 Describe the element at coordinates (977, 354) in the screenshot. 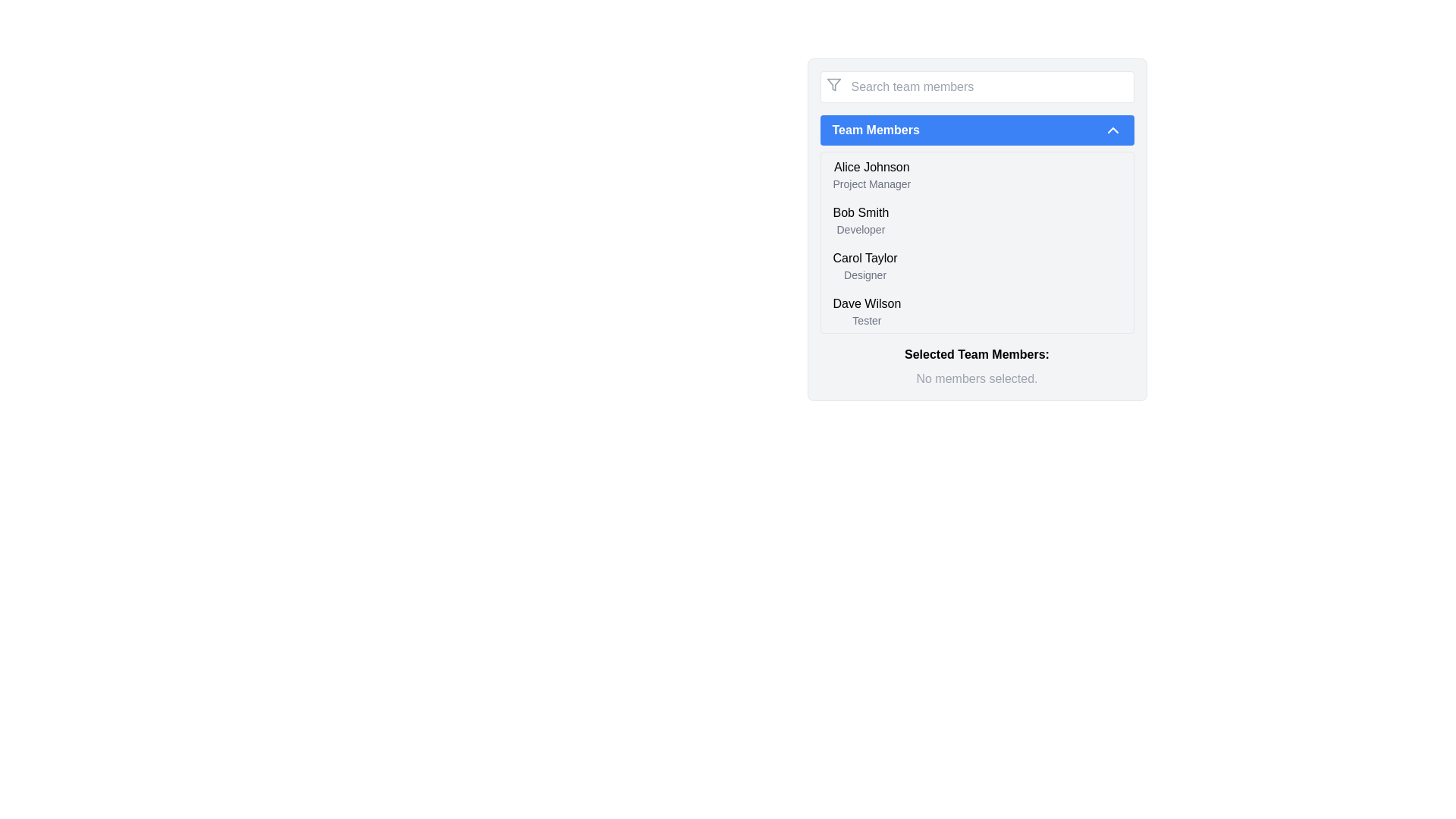

I see `the text label 'Selected Team Members:' which is bold and located above the grayed-out text 'No members selected.' in the team members panel` at that location.